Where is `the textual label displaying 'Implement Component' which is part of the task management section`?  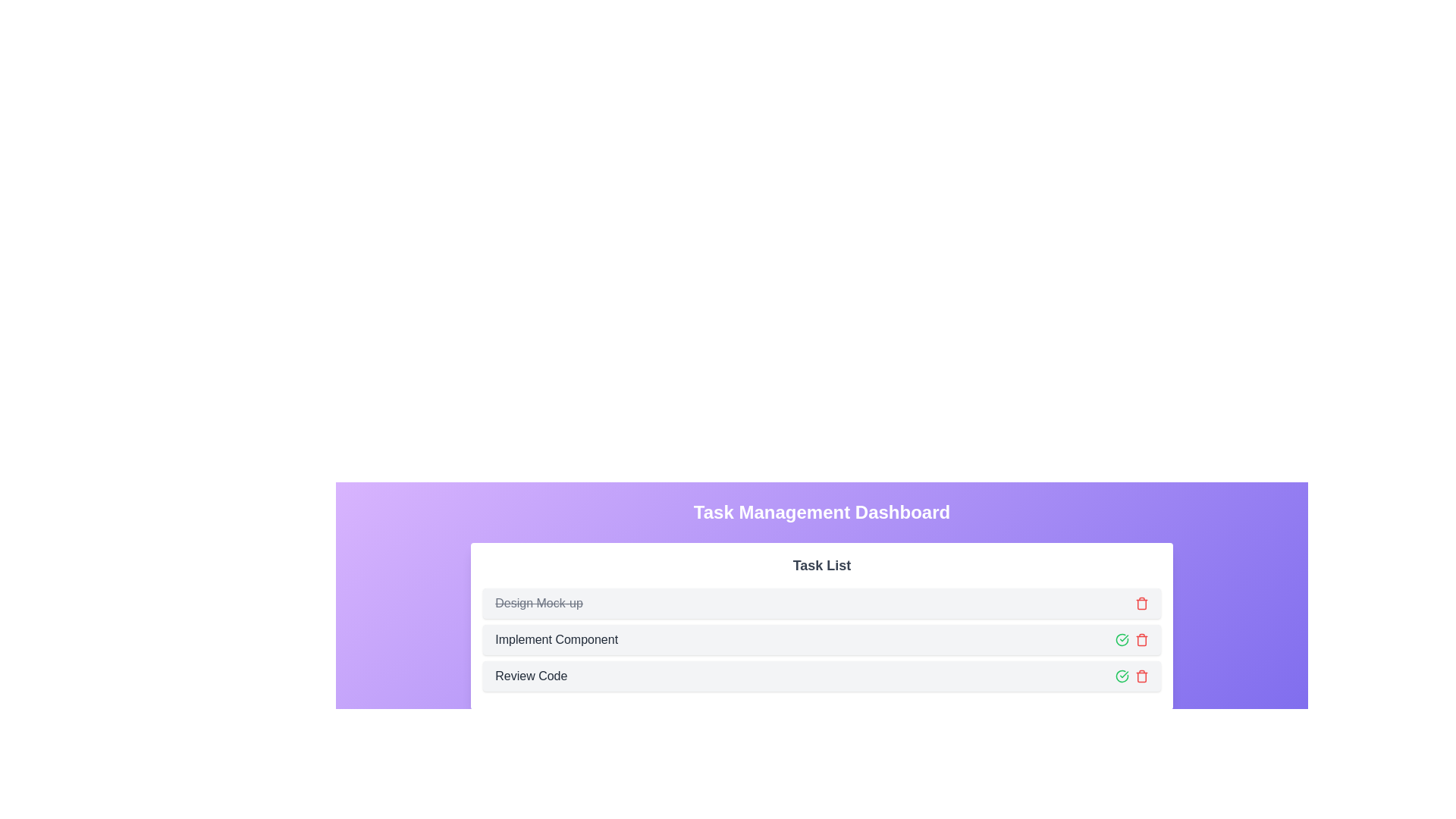
the textual label displaying 'Implement Component' which is part of the task management section is located at coordinates (556, 640).